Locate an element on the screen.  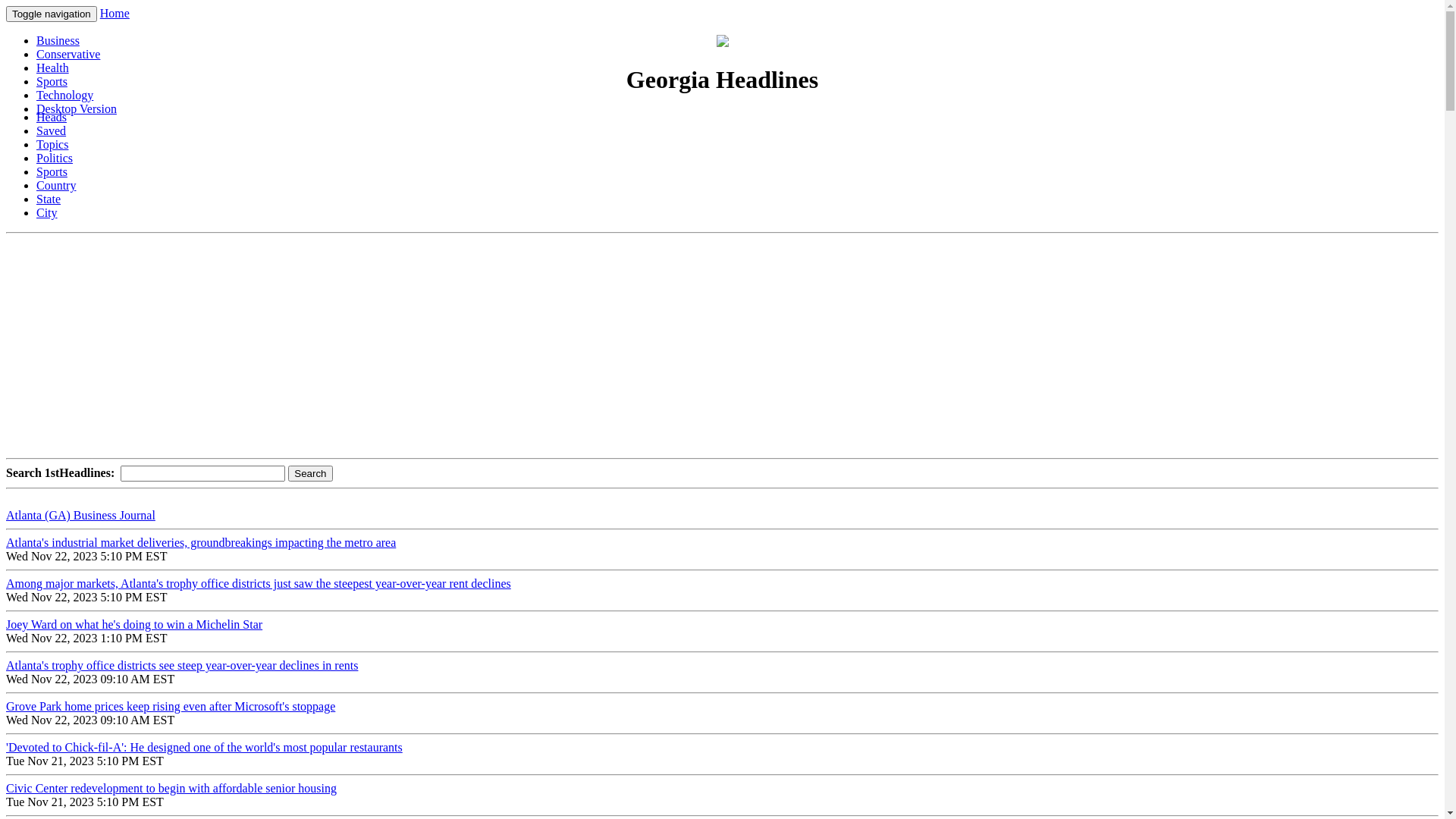
'Country' is located at coordinates (36, 184).